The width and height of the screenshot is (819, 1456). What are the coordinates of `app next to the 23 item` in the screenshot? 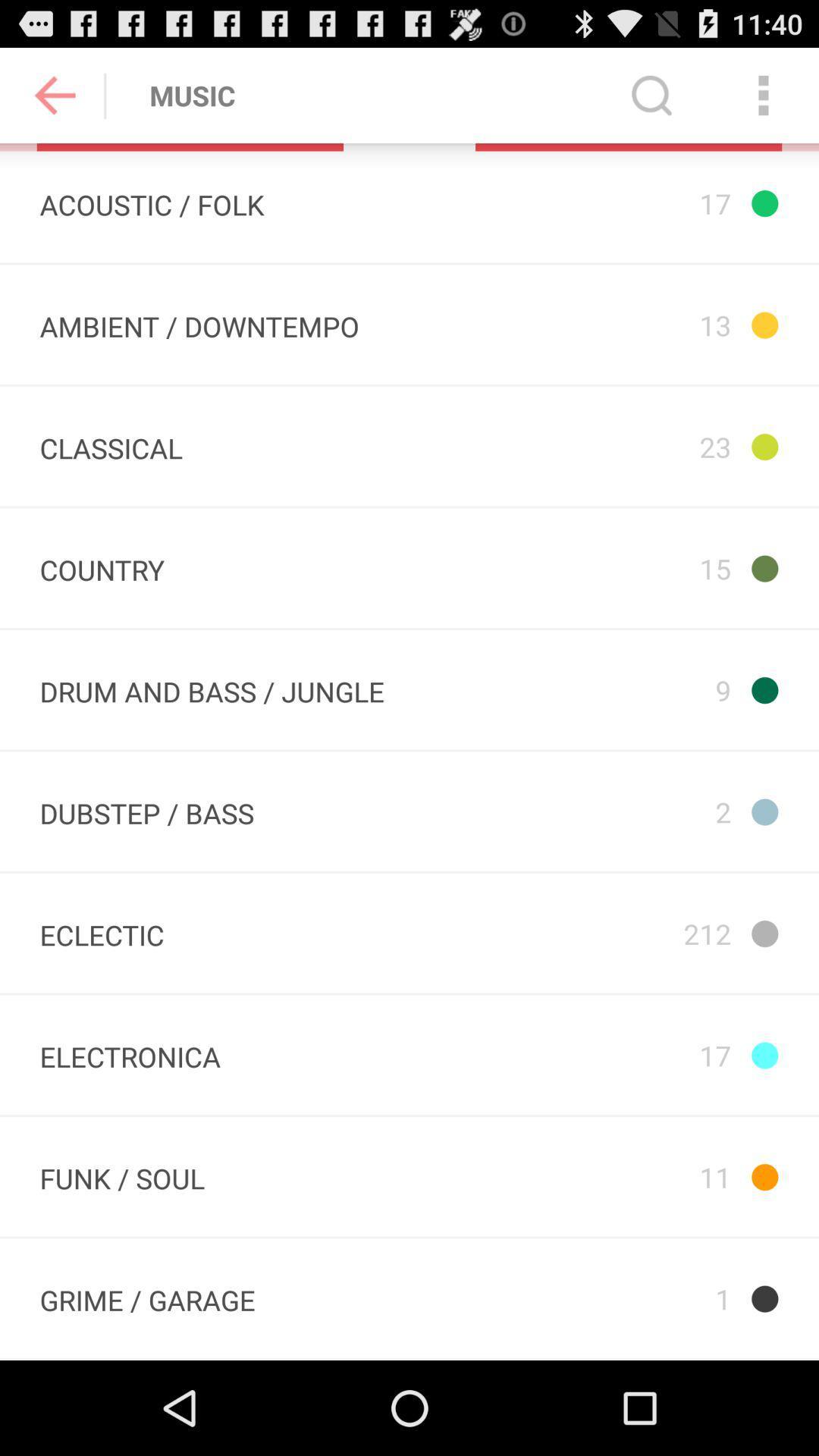 It's located at (199, 324).